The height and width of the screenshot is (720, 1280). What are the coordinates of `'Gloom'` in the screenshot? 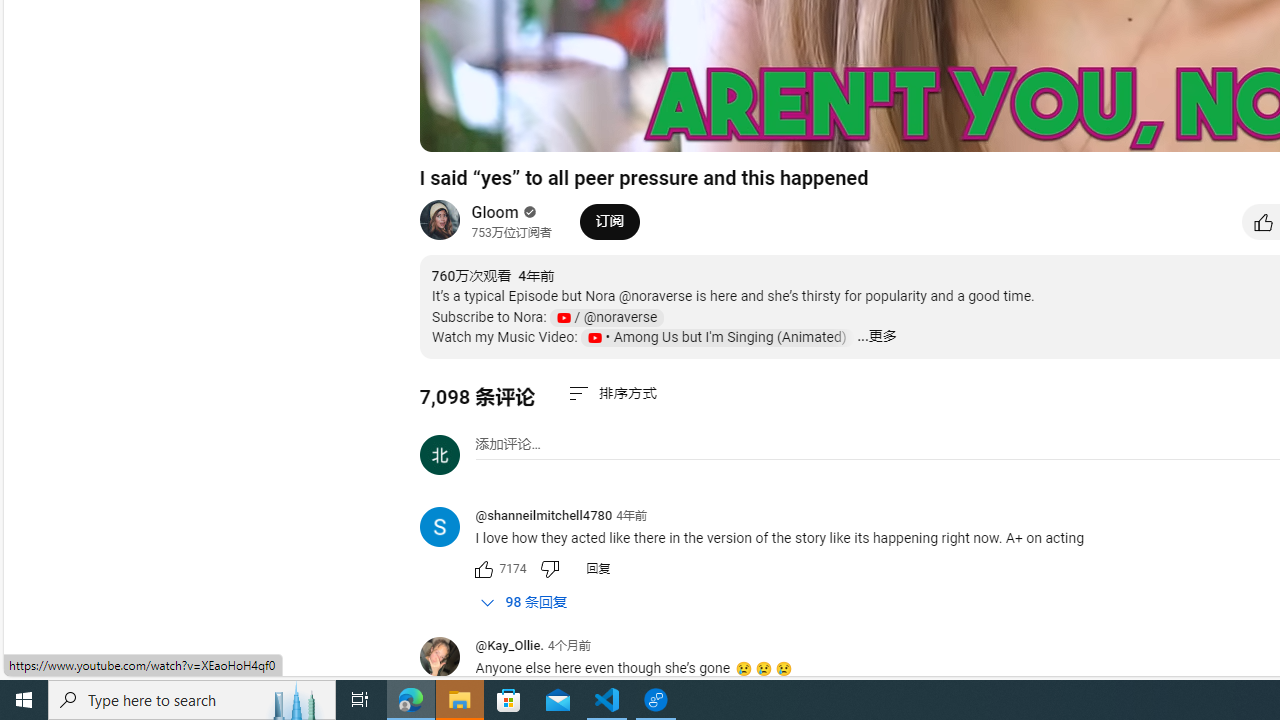 It's located at (496, 212).